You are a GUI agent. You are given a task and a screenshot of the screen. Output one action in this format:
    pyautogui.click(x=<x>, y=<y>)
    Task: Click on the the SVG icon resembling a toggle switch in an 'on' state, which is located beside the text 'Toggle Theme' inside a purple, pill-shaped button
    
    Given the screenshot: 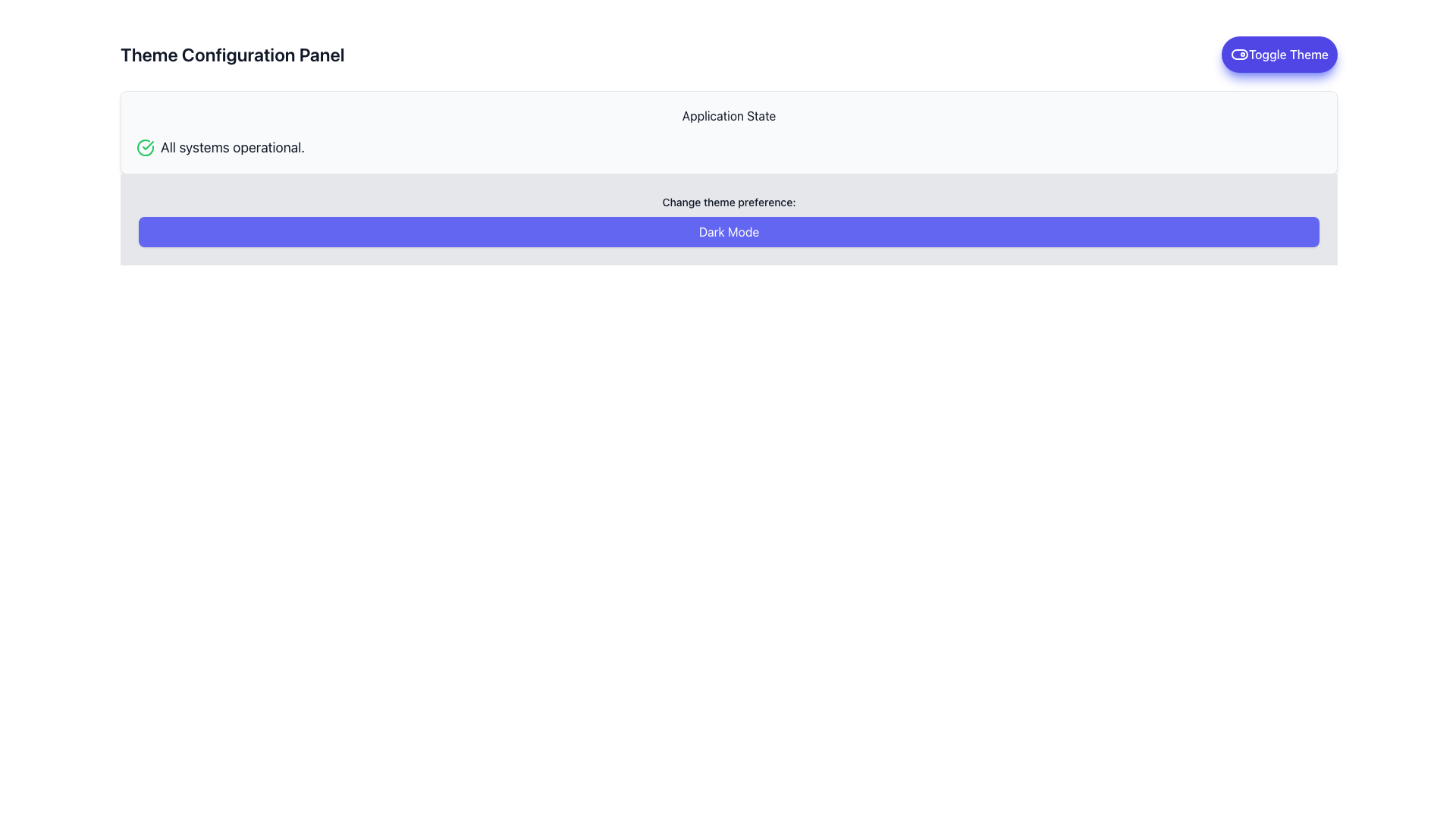 What is the action you would take?
    pyautogui.click(x=1239, y=54)
    